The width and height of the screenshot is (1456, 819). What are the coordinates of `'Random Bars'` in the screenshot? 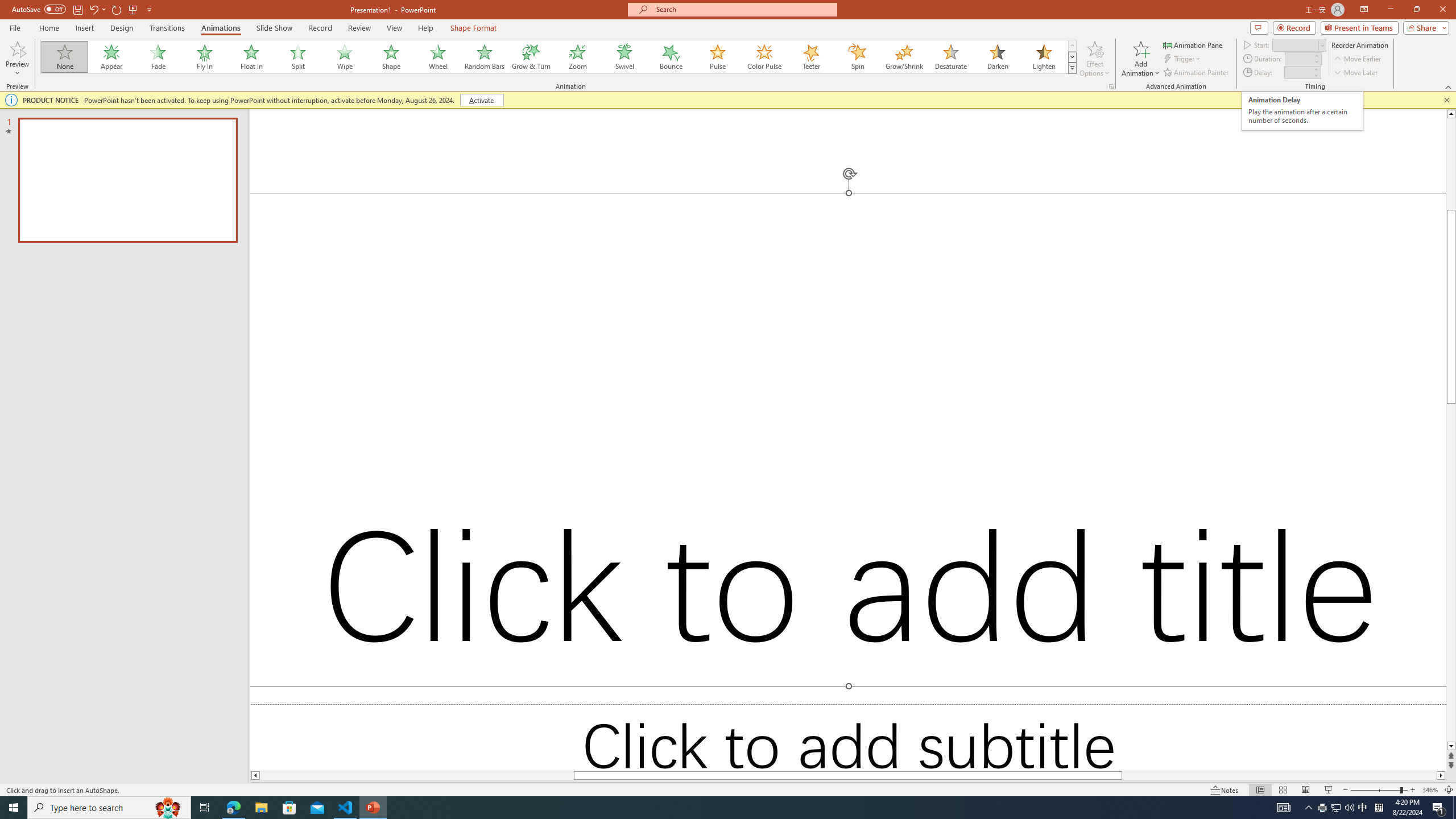 It's located at (484, 56).